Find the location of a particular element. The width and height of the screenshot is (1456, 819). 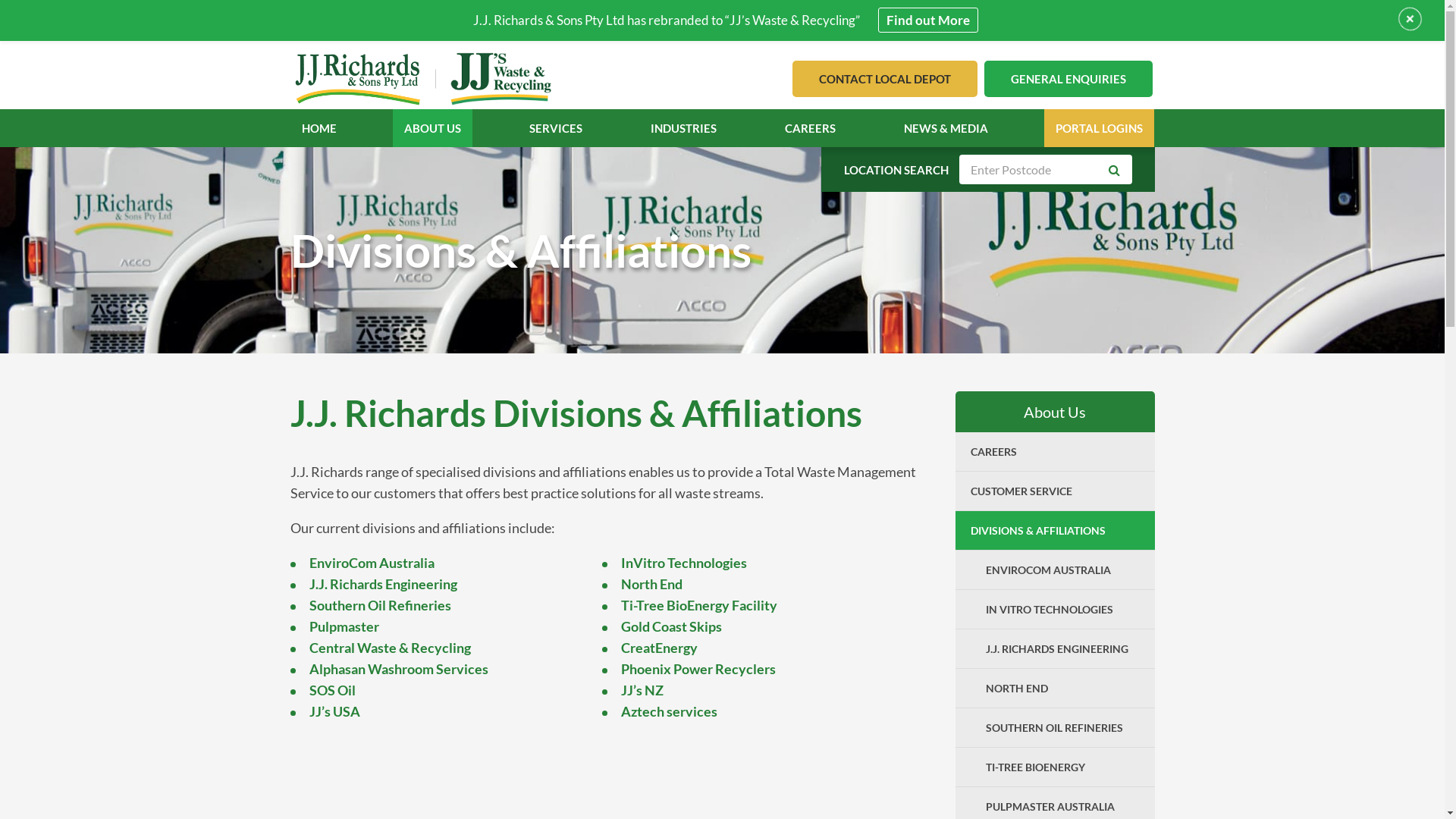

'ABOUT US' is located at coordinates (431, 127).